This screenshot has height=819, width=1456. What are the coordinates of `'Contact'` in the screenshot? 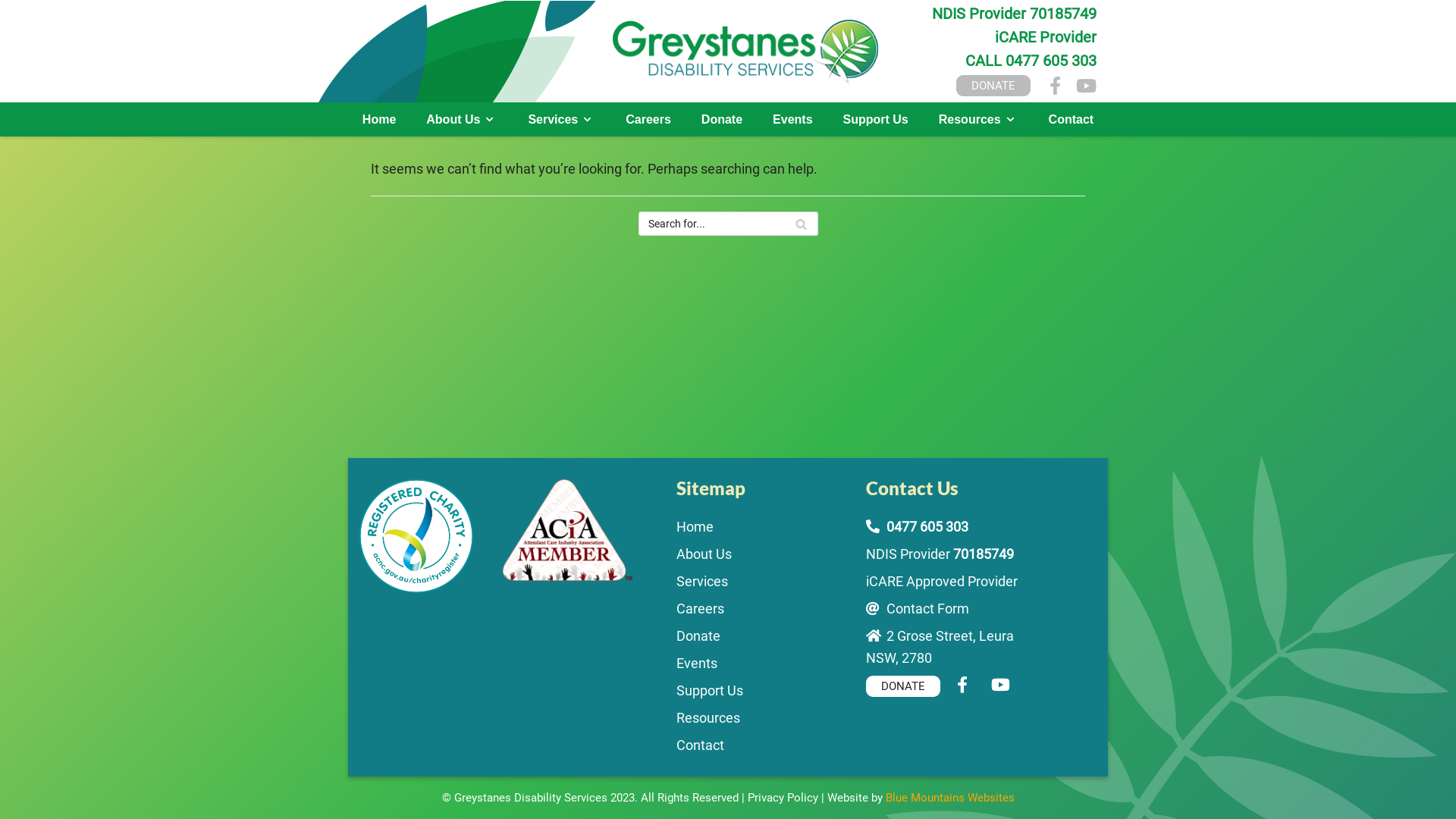 It's located at (1070, 118).